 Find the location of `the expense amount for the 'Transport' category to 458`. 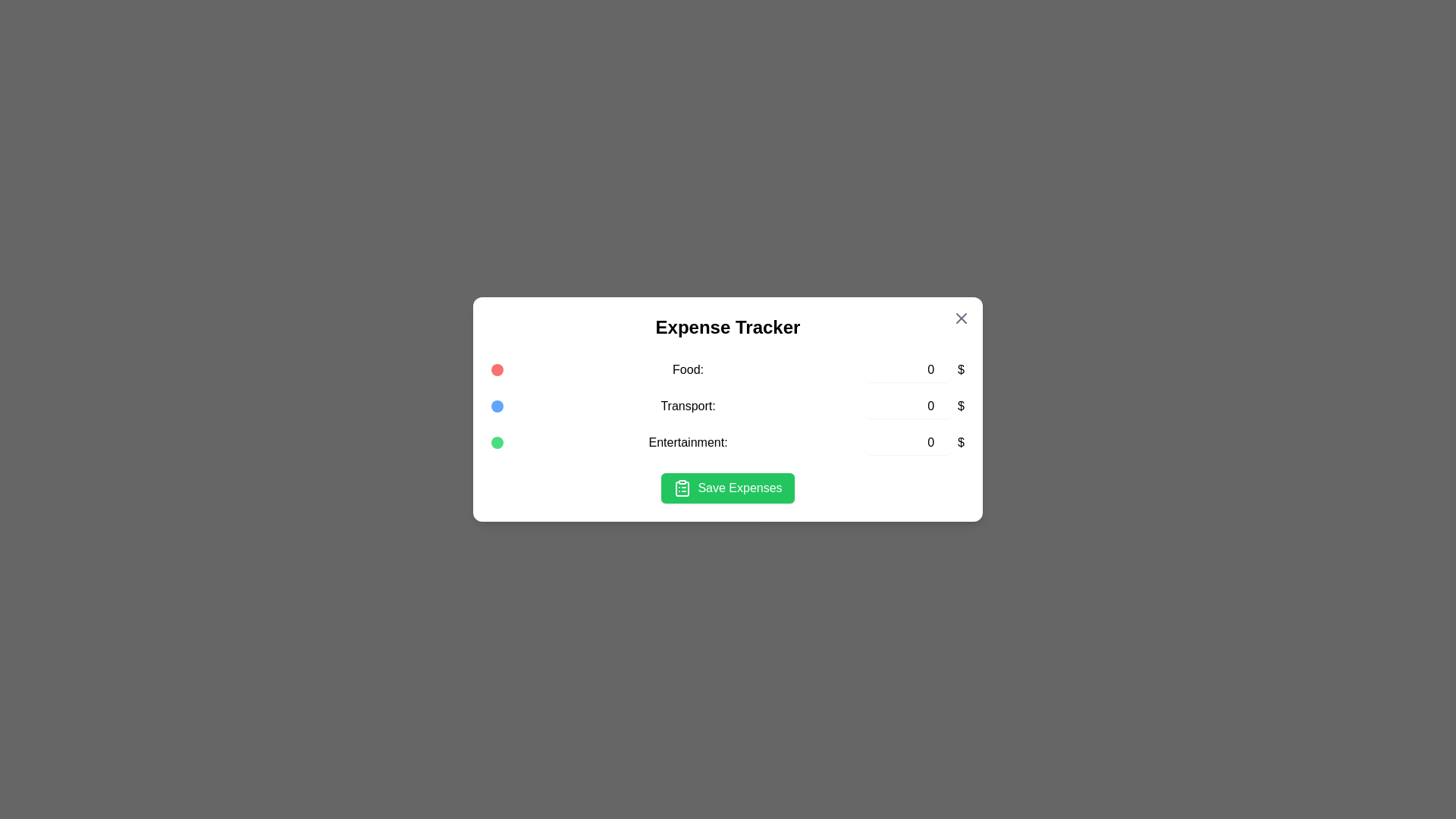

the expense amount for the 'Transport' category to 458 is located at coordinates (909, 406).